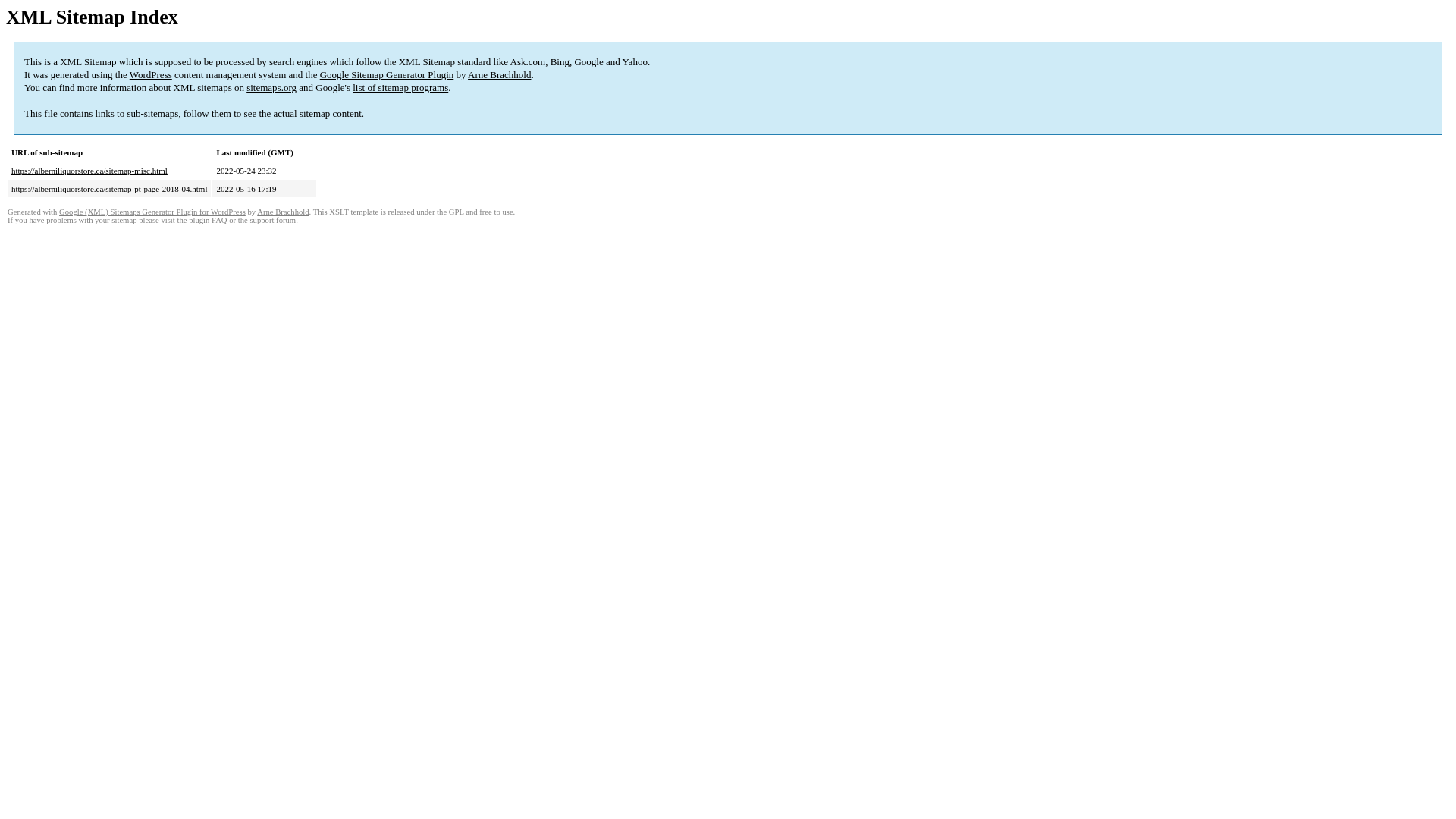  Describe the element at coordinates (387, 74) in the screenshot. I see `'Google Sitemap Generator Plugin'` at that location.